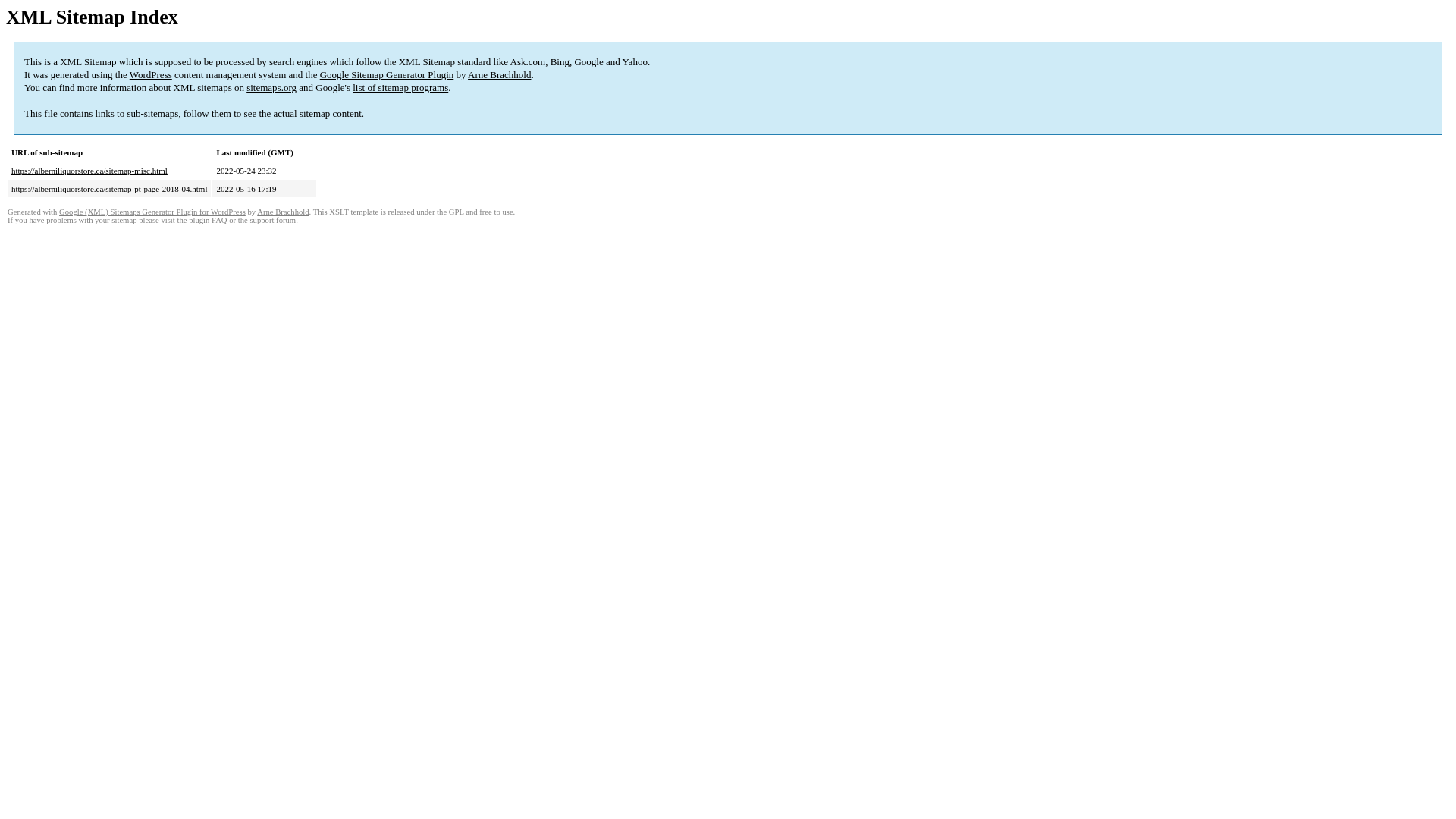  Describe the element at coordinates (387, 74) in the screenshot. I see `'Google Sitemap Generator Plugin'` at that location.